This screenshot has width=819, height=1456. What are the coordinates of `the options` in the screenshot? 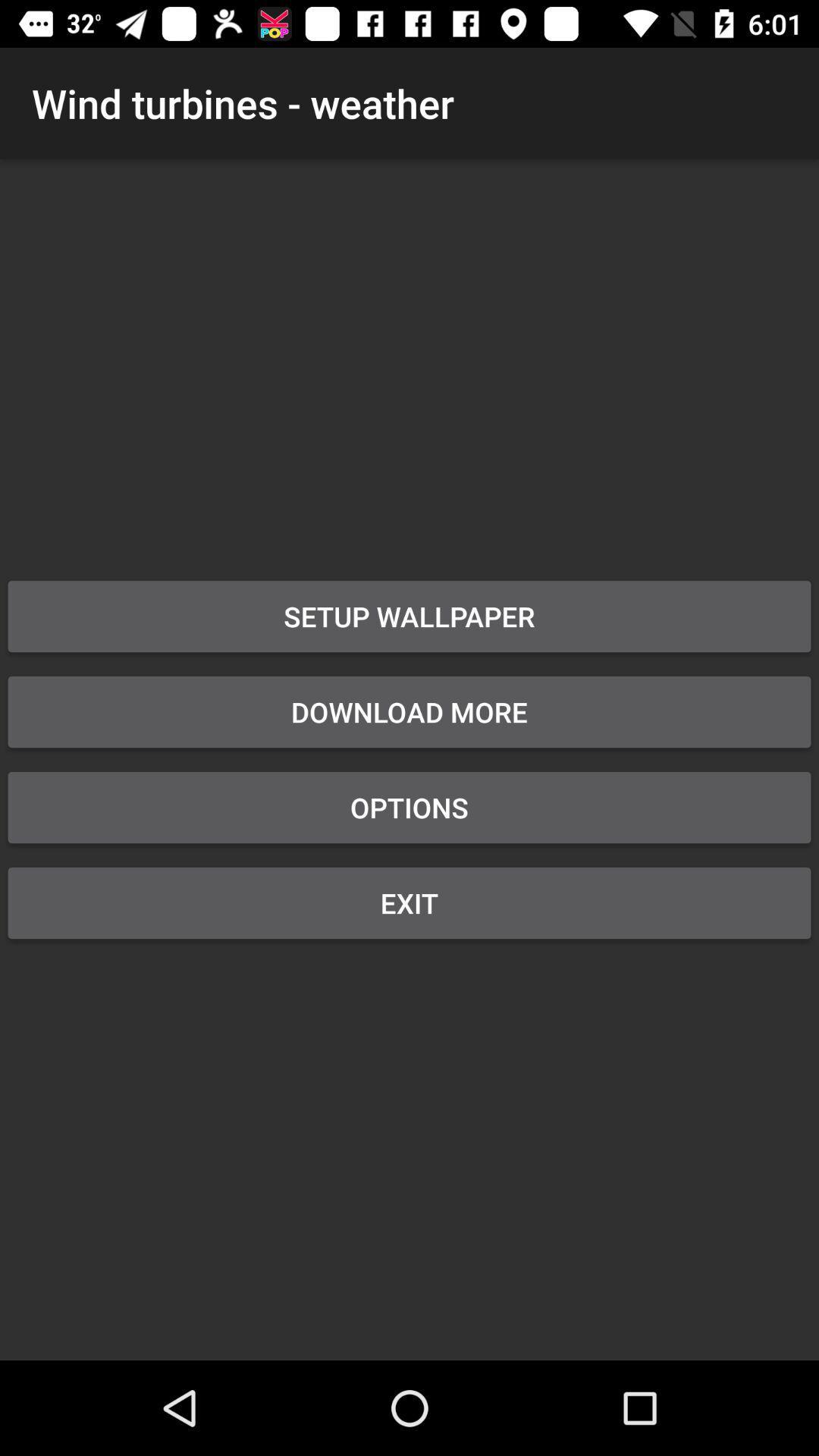 It's located at (409, 807).